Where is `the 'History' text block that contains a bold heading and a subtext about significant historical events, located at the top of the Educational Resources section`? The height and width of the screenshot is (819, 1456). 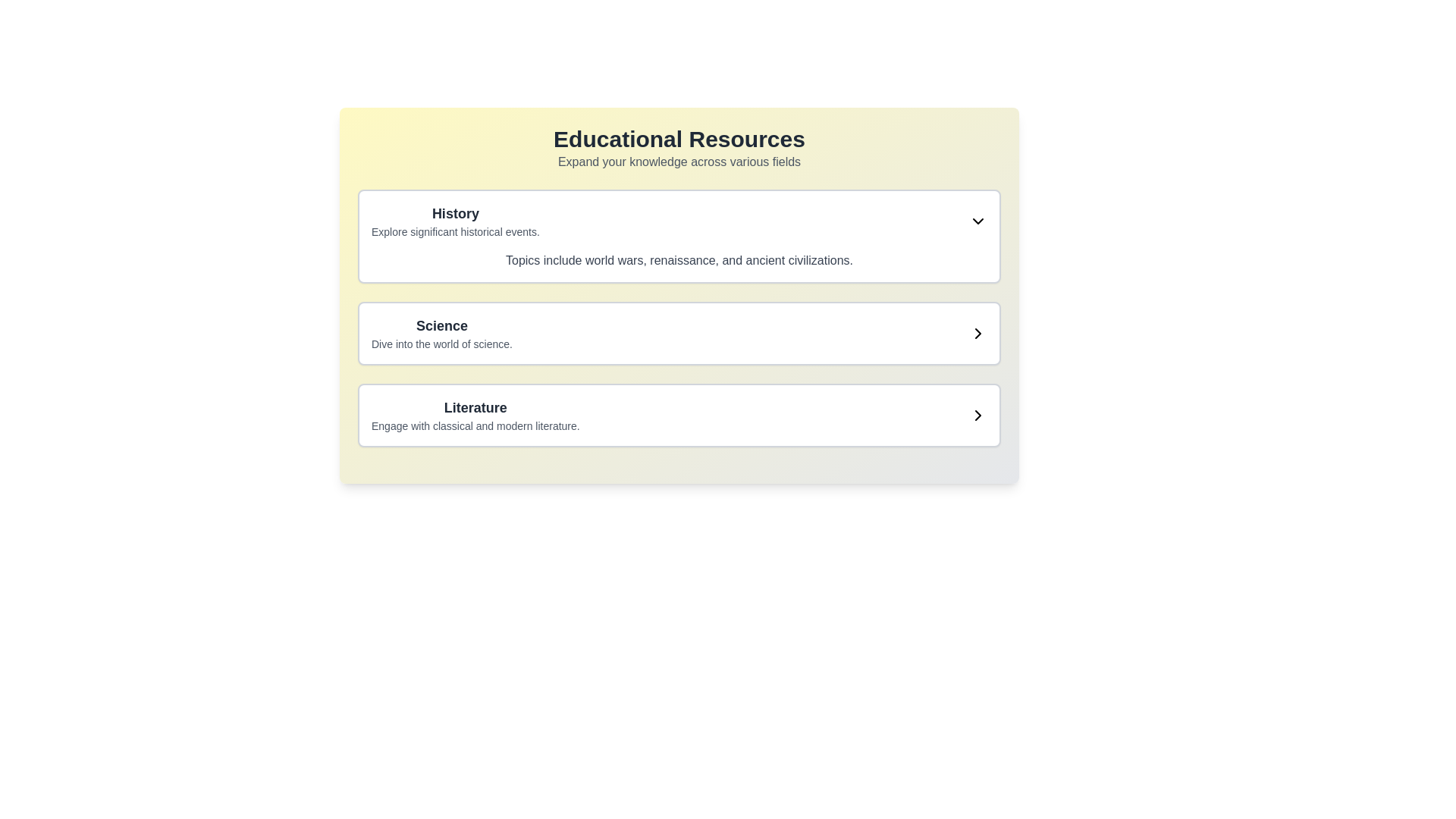
the 'History' text block that contains a bold heading and a subtext about significant historical events, located at the top of the Educational Resources section is located at coordinates (454, 221).